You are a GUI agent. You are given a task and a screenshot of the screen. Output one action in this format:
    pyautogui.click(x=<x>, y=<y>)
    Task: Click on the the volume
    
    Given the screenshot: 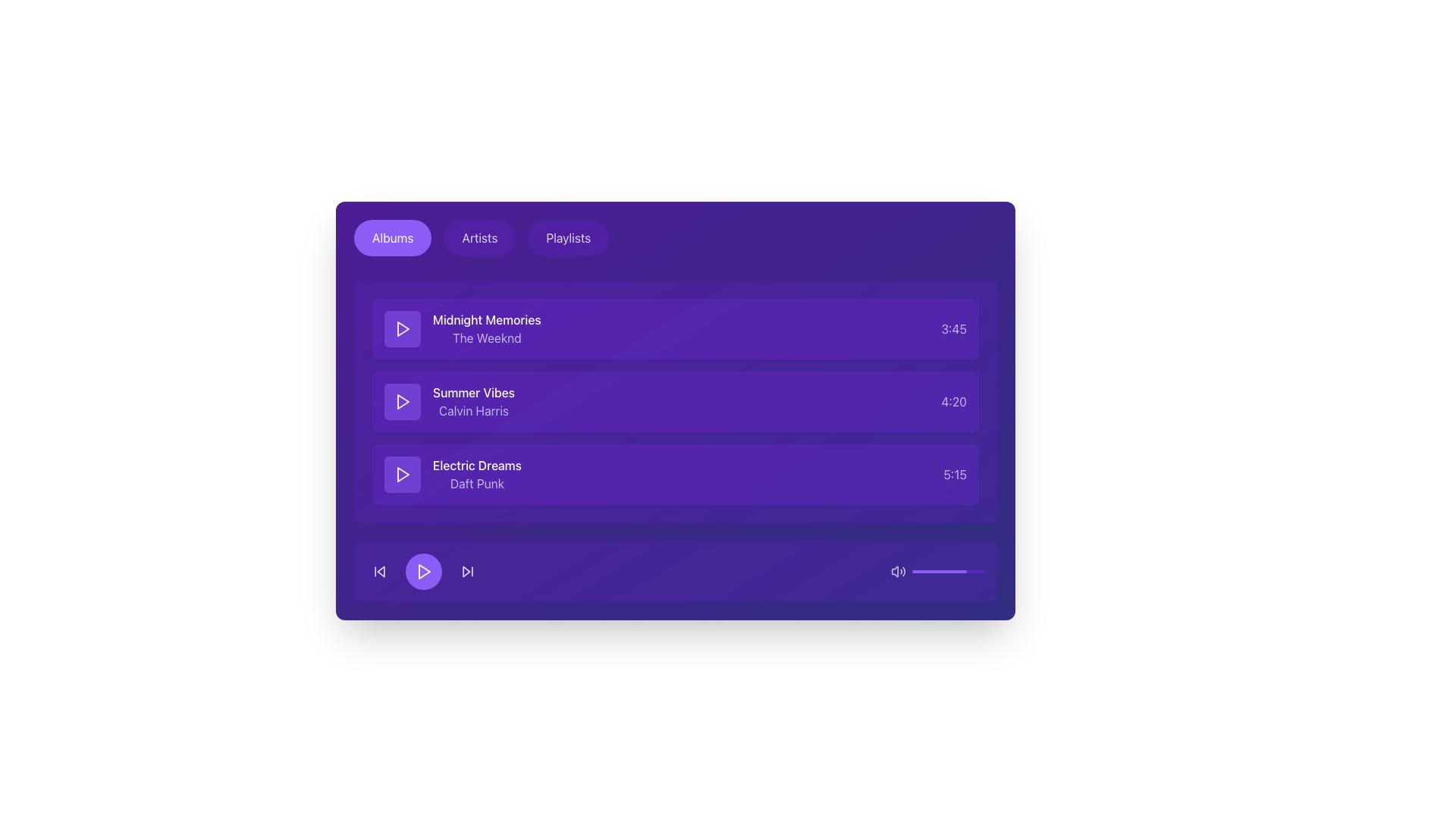 What is the action you would take?
    pyautogui.click(x=952, y=571)
    